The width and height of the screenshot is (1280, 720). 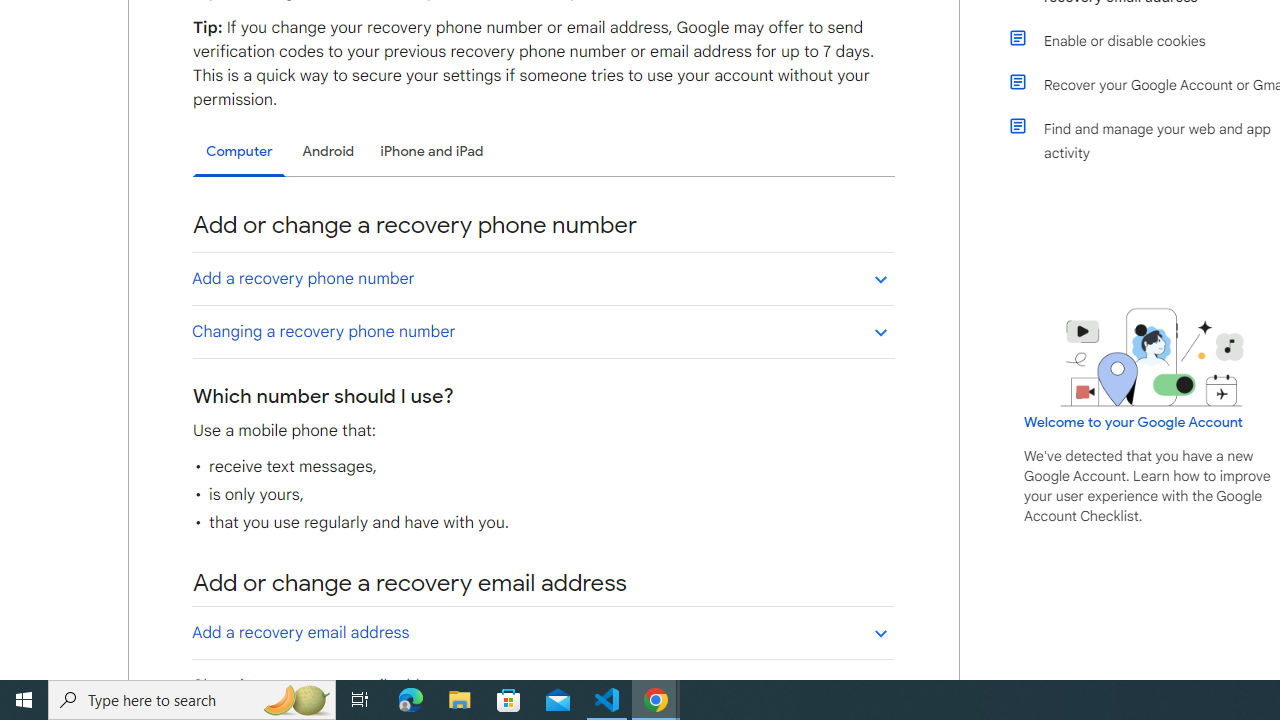 I want to click on 'Changing a recovery phone number', so click(x=542, y=330).